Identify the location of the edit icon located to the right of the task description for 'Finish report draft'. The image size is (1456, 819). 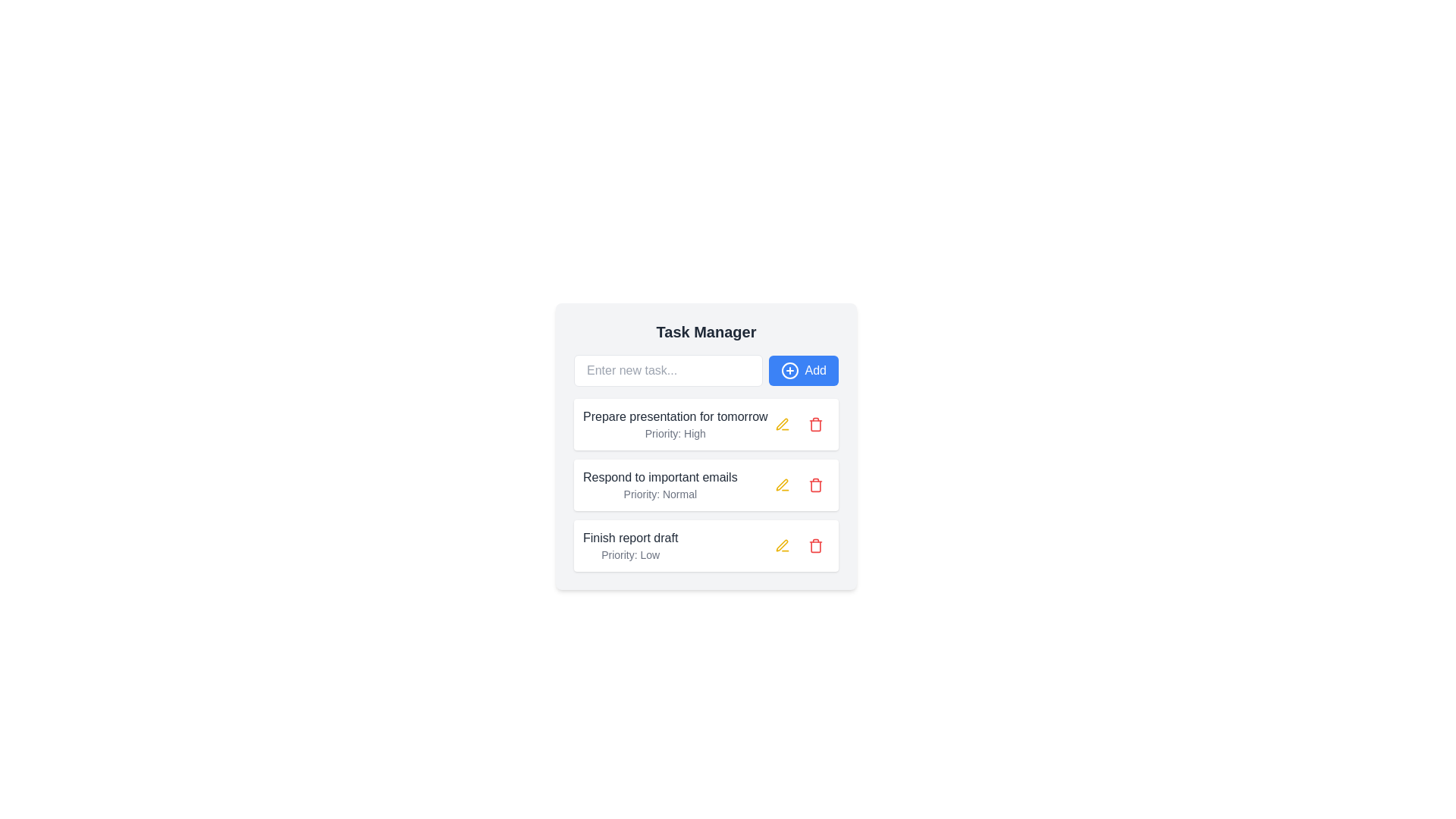
(782, 485).